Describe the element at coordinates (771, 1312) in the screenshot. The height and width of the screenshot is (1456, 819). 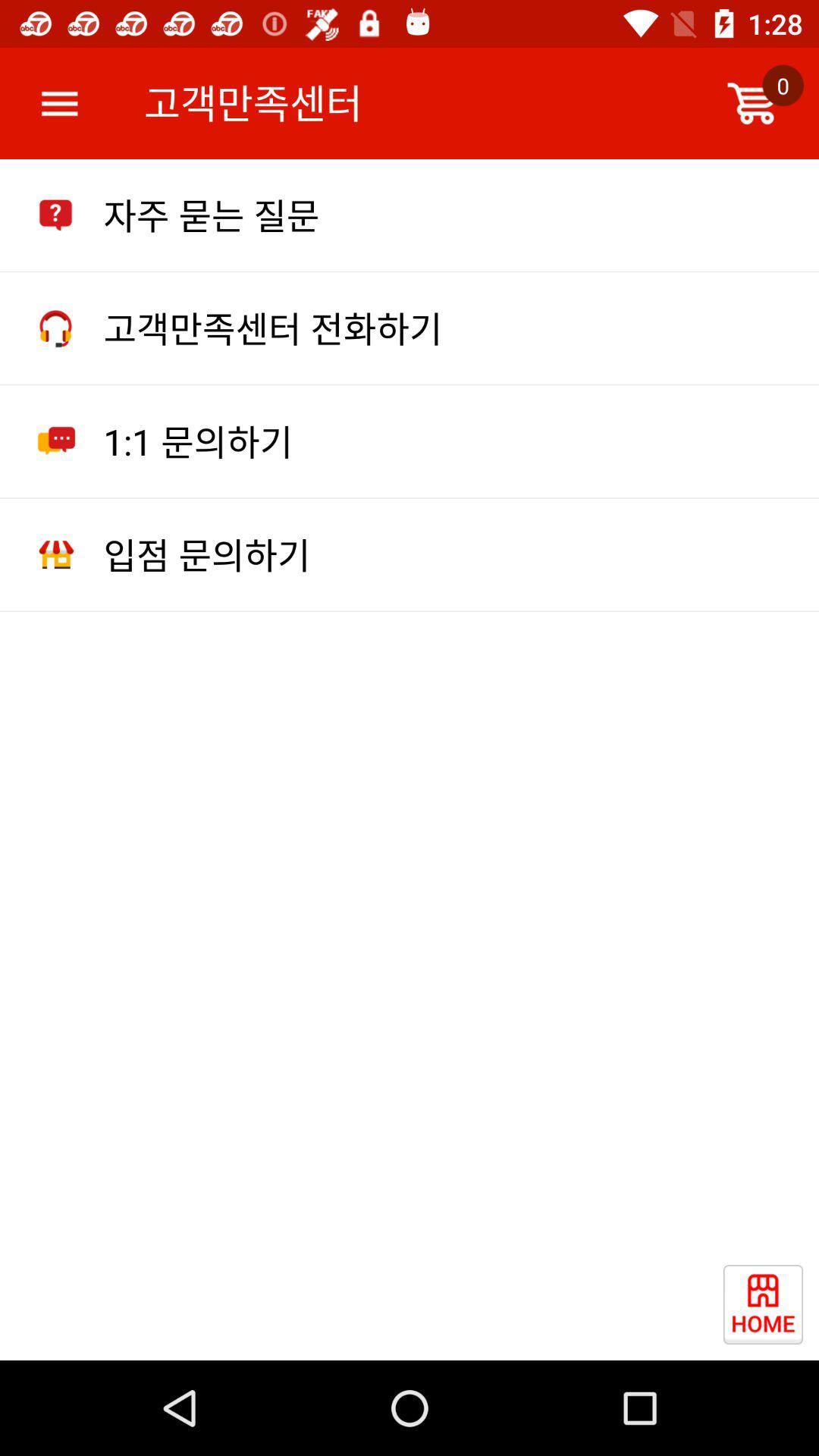
I see `the date_range icon` at that location.